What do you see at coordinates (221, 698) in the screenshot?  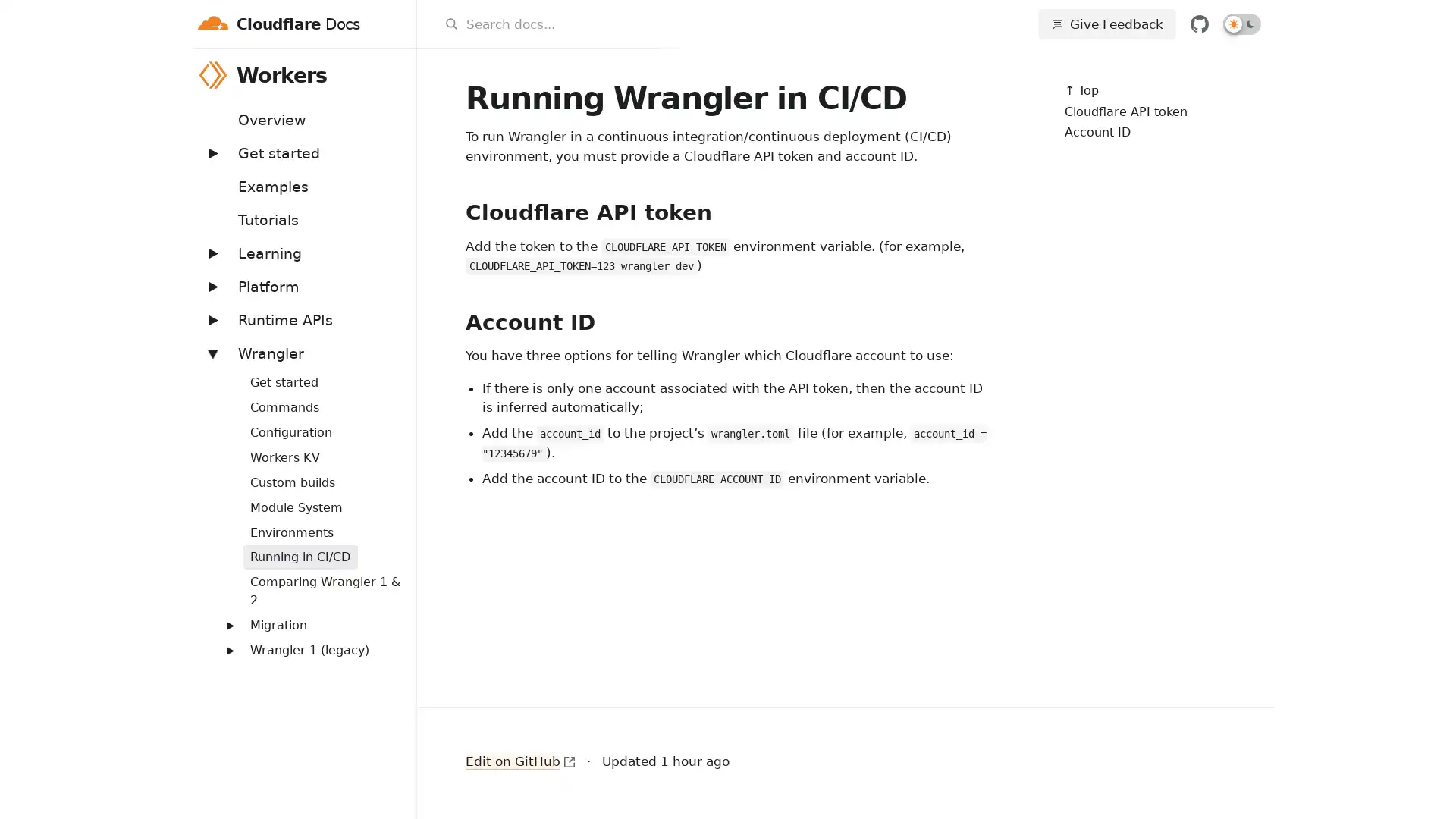 I see `Expand: Streams` at bounding box center [221, 698].